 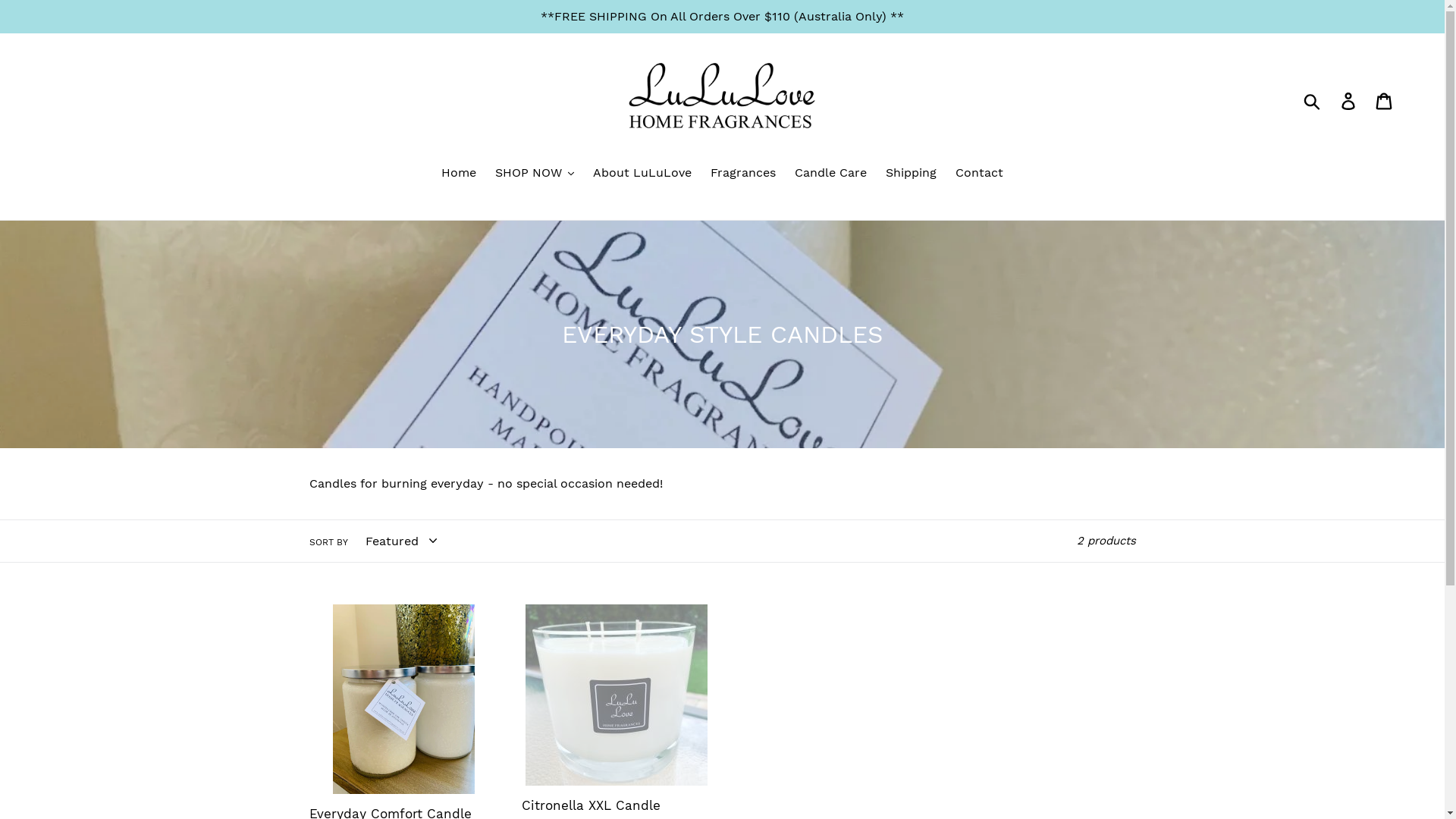 What do you see at coordinates (642, 173) in the screenshot?
I see `'About LuLuLove'` at bounding box center [642, 173].